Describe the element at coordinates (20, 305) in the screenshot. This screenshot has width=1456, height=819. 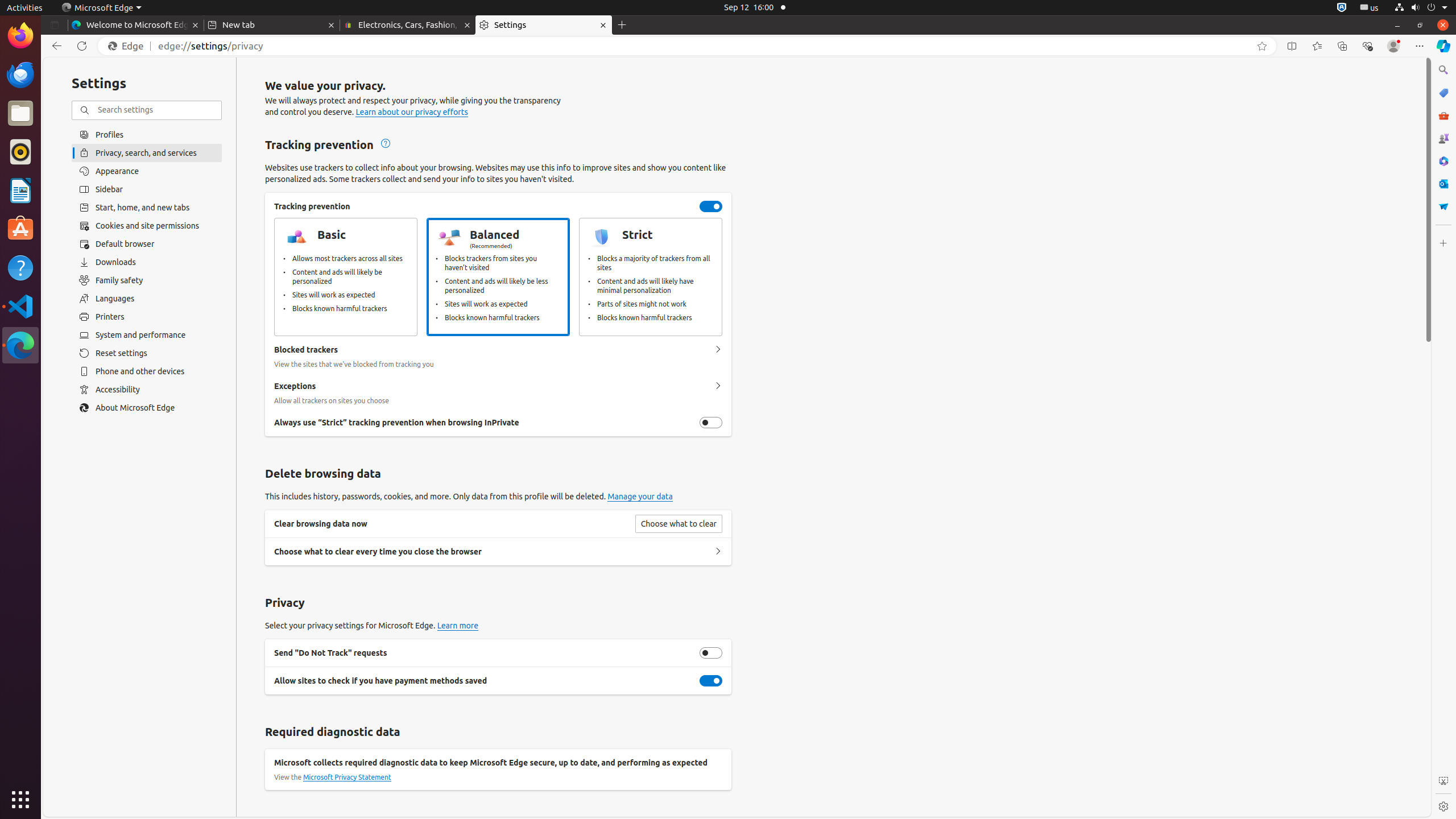
I see `'Visual Studio Code'` at that location.